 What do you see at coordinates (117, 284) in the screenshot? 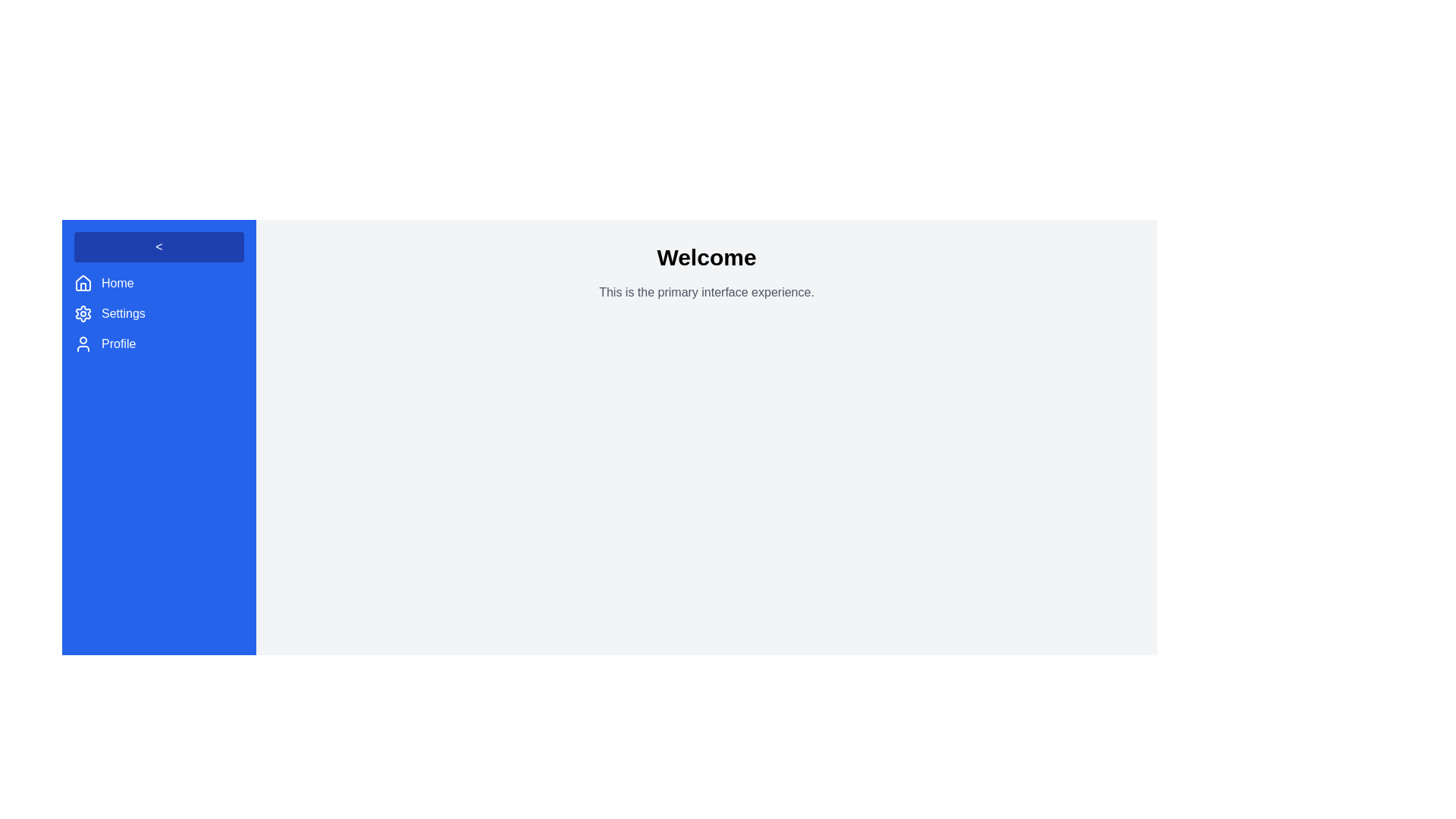
I see `the 'Home' text label in the navigation menu located in the left sidebar` at bounding box center [117, 284].